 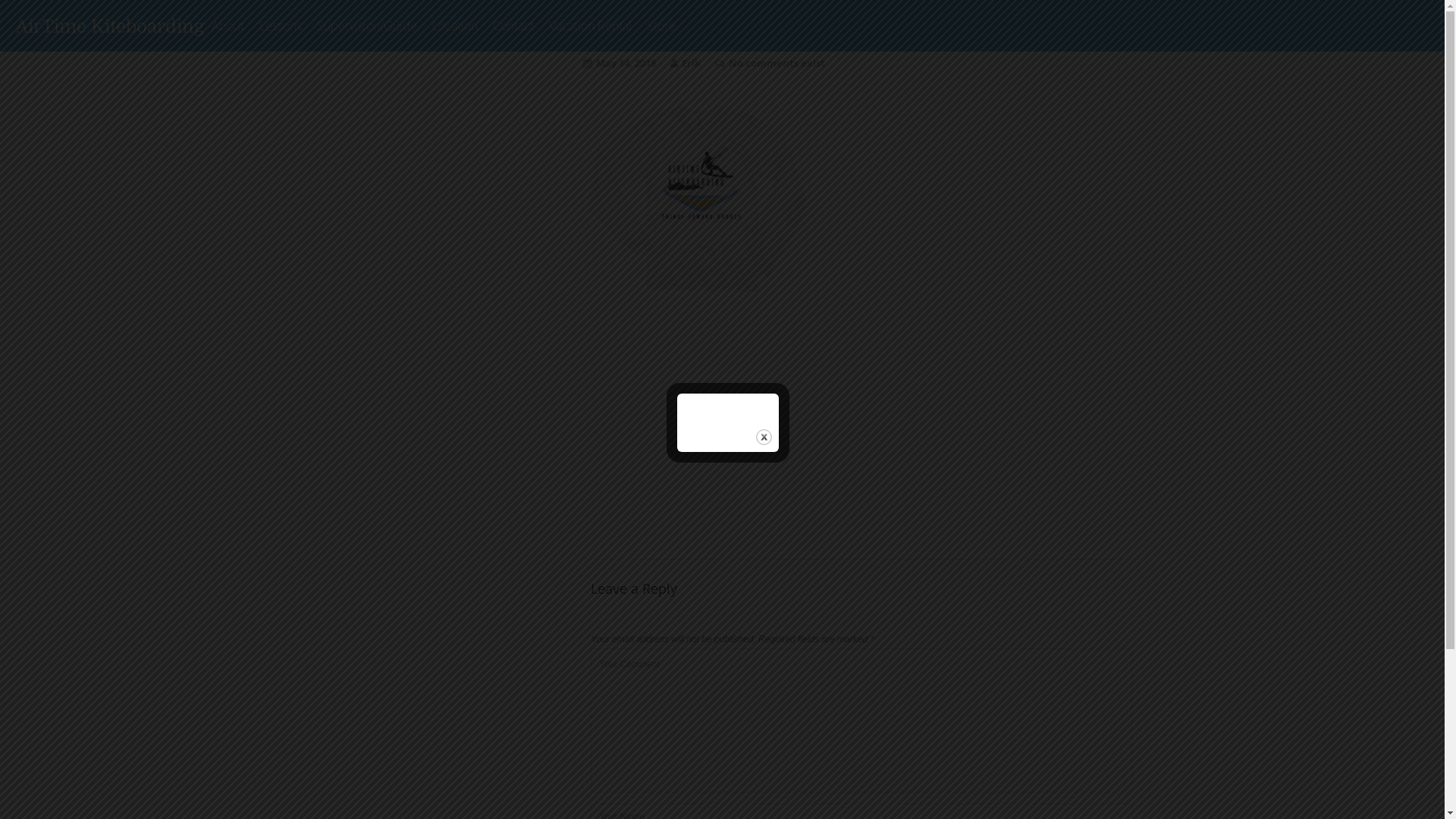 What do you see at coordinates (108, 26) in the screenshot?
I see `'AirTime Kiteboarding'` at bounding box center [108, 26].